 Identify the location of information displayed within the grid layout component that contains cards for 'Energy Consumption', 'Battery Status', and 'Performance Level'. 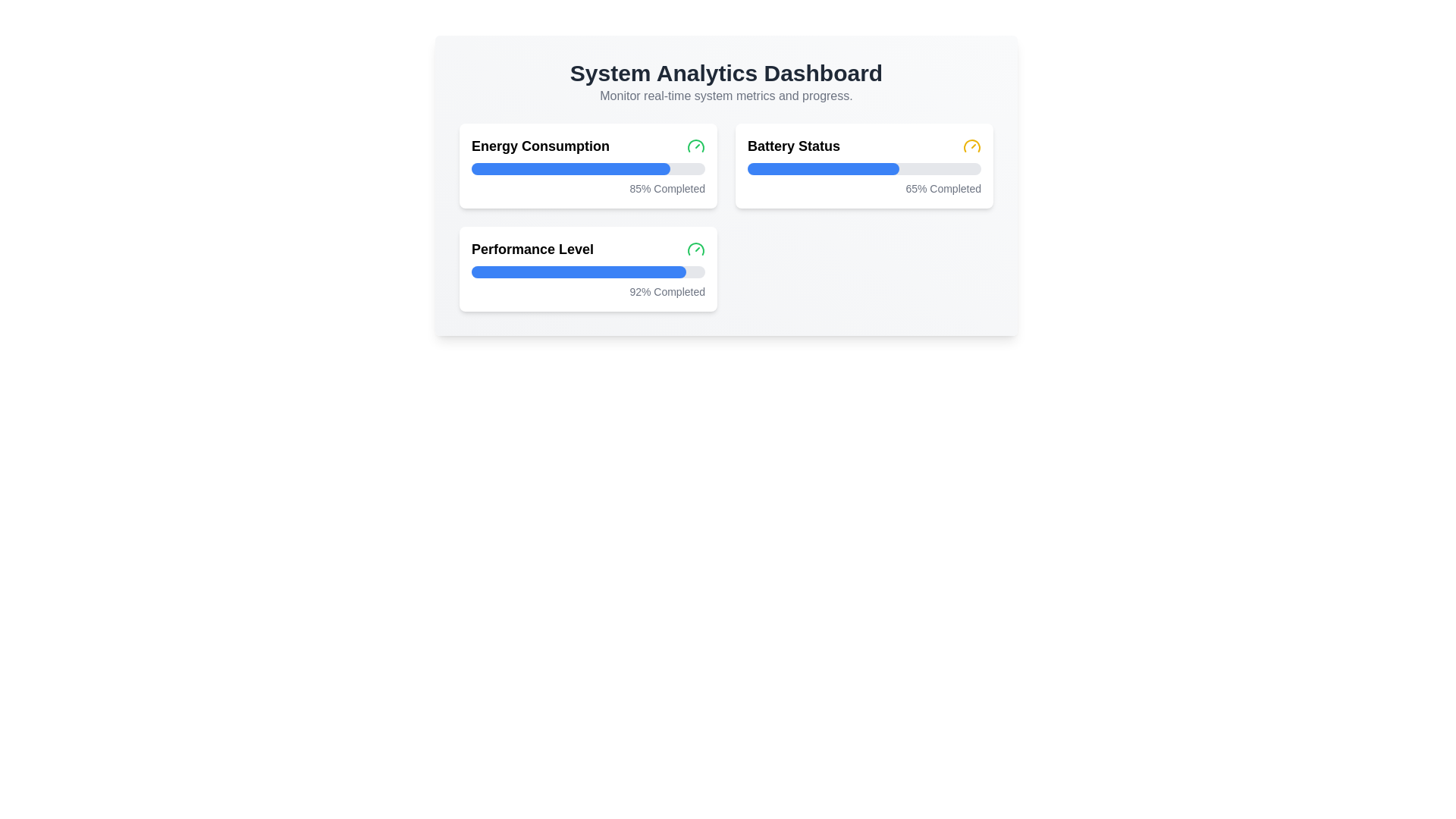
(726, 217).